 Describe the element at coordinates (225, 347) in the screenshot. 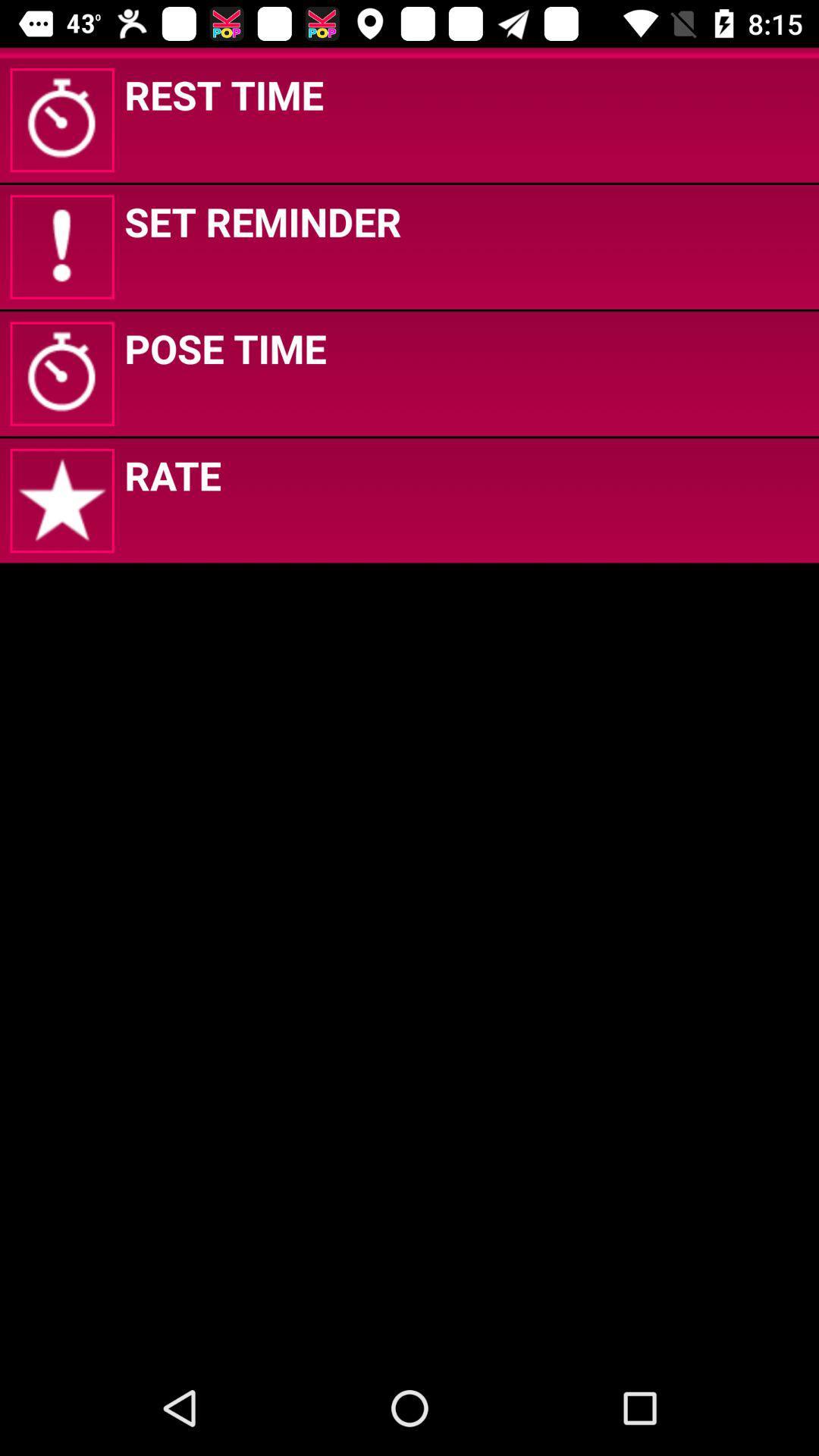

I see `icon below the set reminder app` at that location.